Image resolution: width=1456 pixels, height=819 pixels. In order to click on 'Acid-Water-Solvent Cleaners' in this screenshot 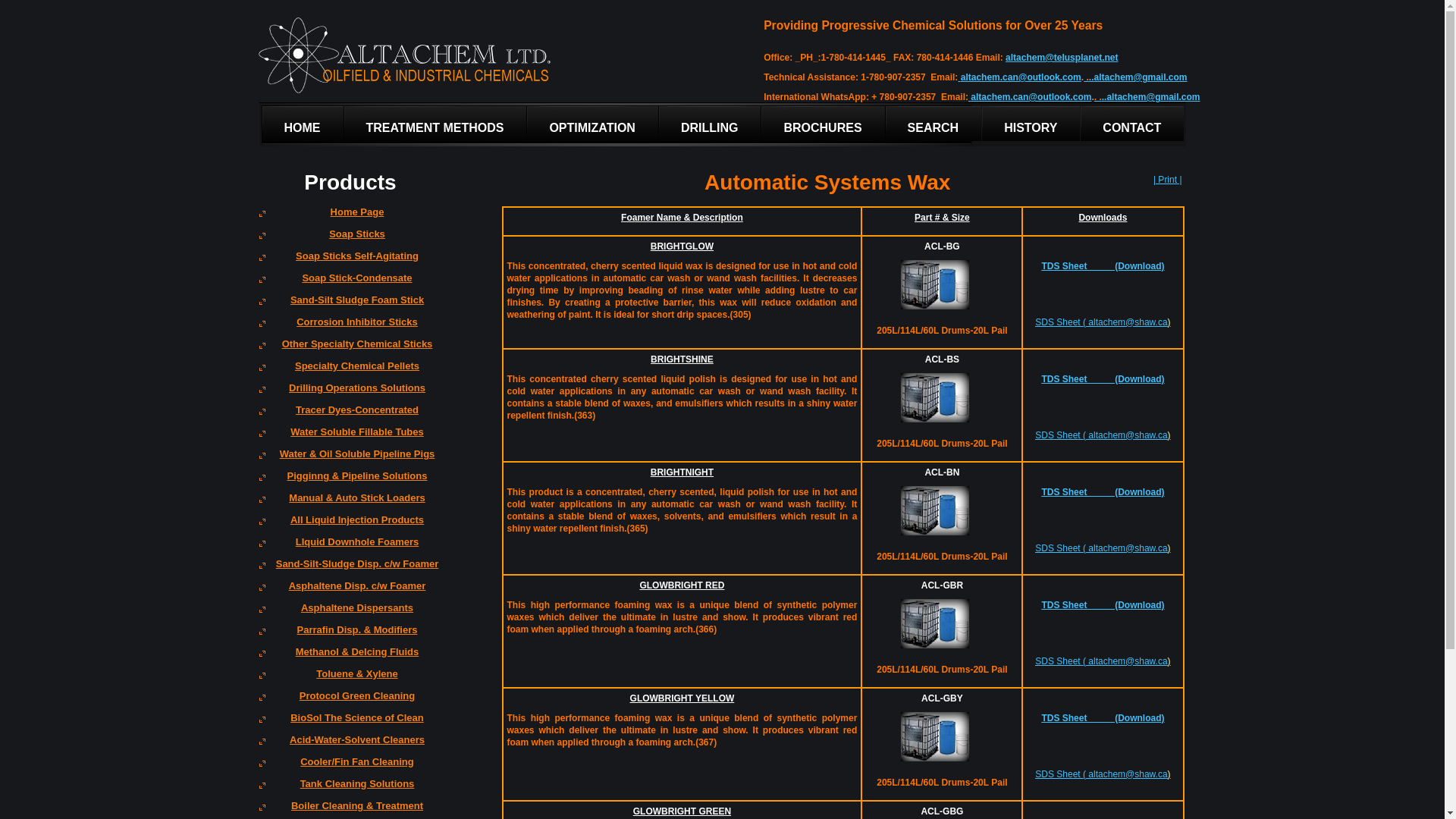, I will do `click(350, 744)`.